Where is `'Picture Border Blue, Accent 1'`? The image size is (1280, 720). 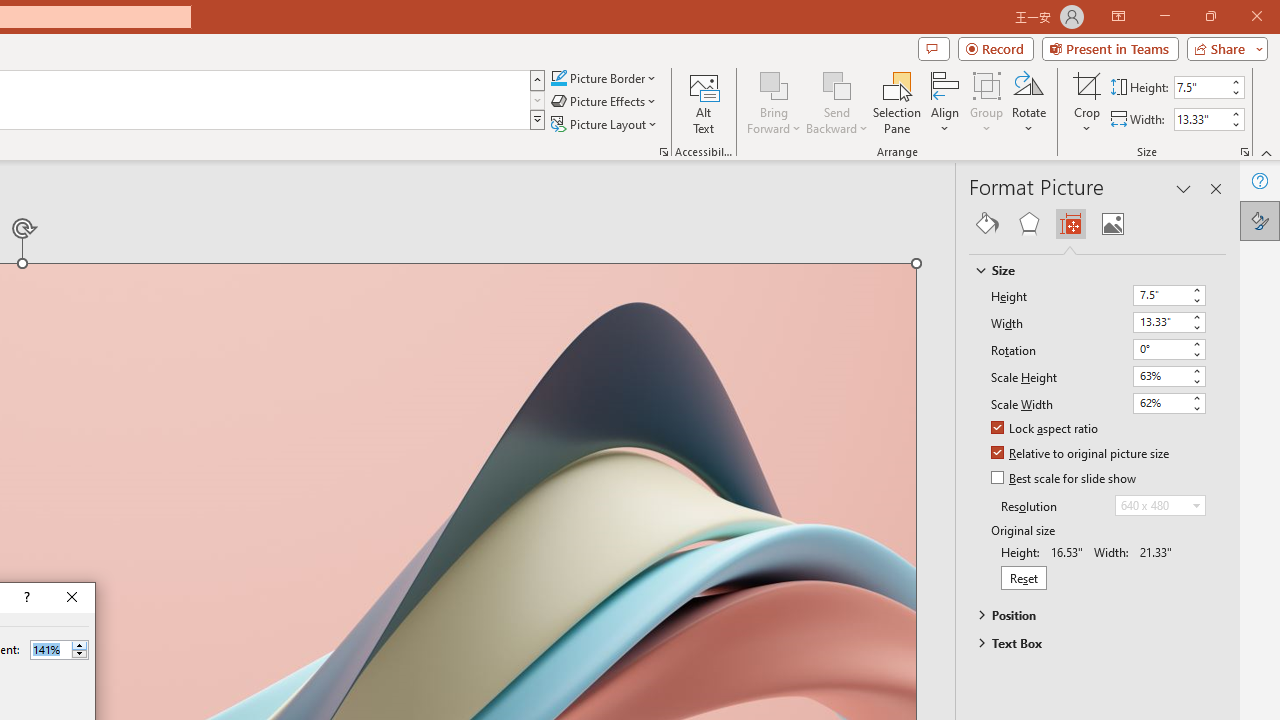
'Picture Border Blue, Accent 1' is located at coordinates (558, 77).